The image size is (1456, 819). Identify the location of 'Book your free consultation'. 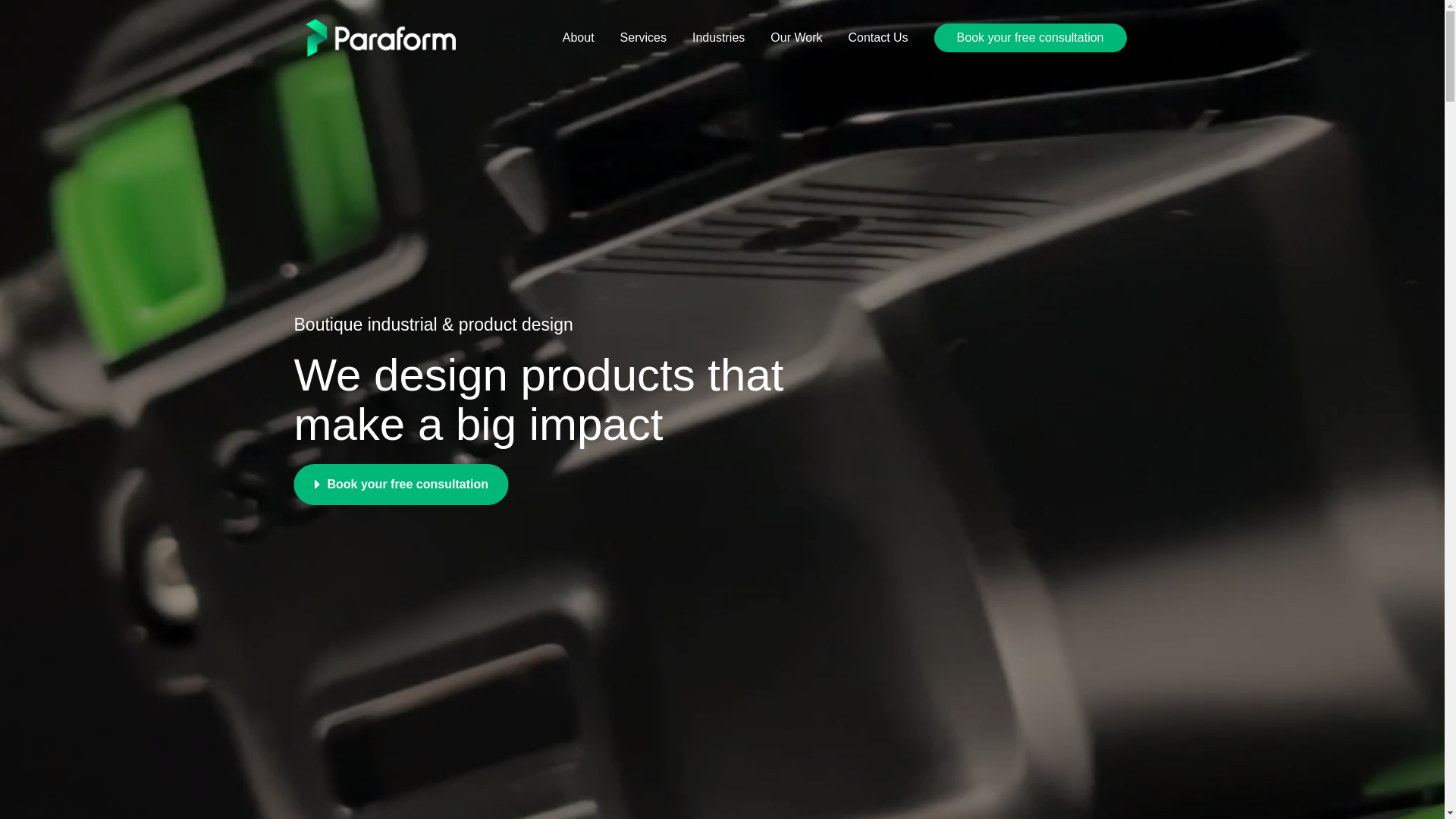
(401, 485).